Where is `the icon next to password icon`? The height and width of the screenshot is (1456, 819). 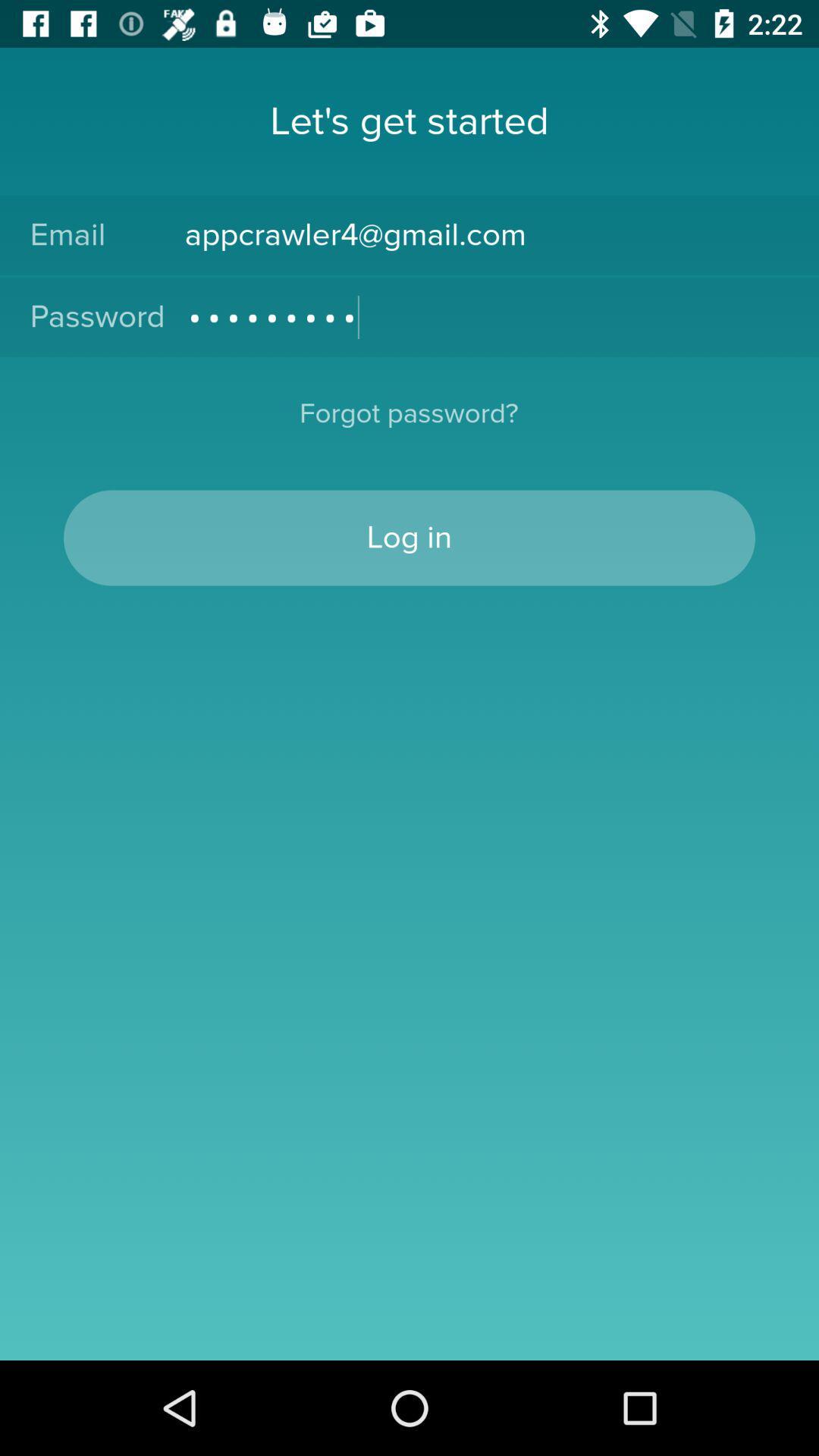 the icon next to password icon is located at coordinates (486, 316).